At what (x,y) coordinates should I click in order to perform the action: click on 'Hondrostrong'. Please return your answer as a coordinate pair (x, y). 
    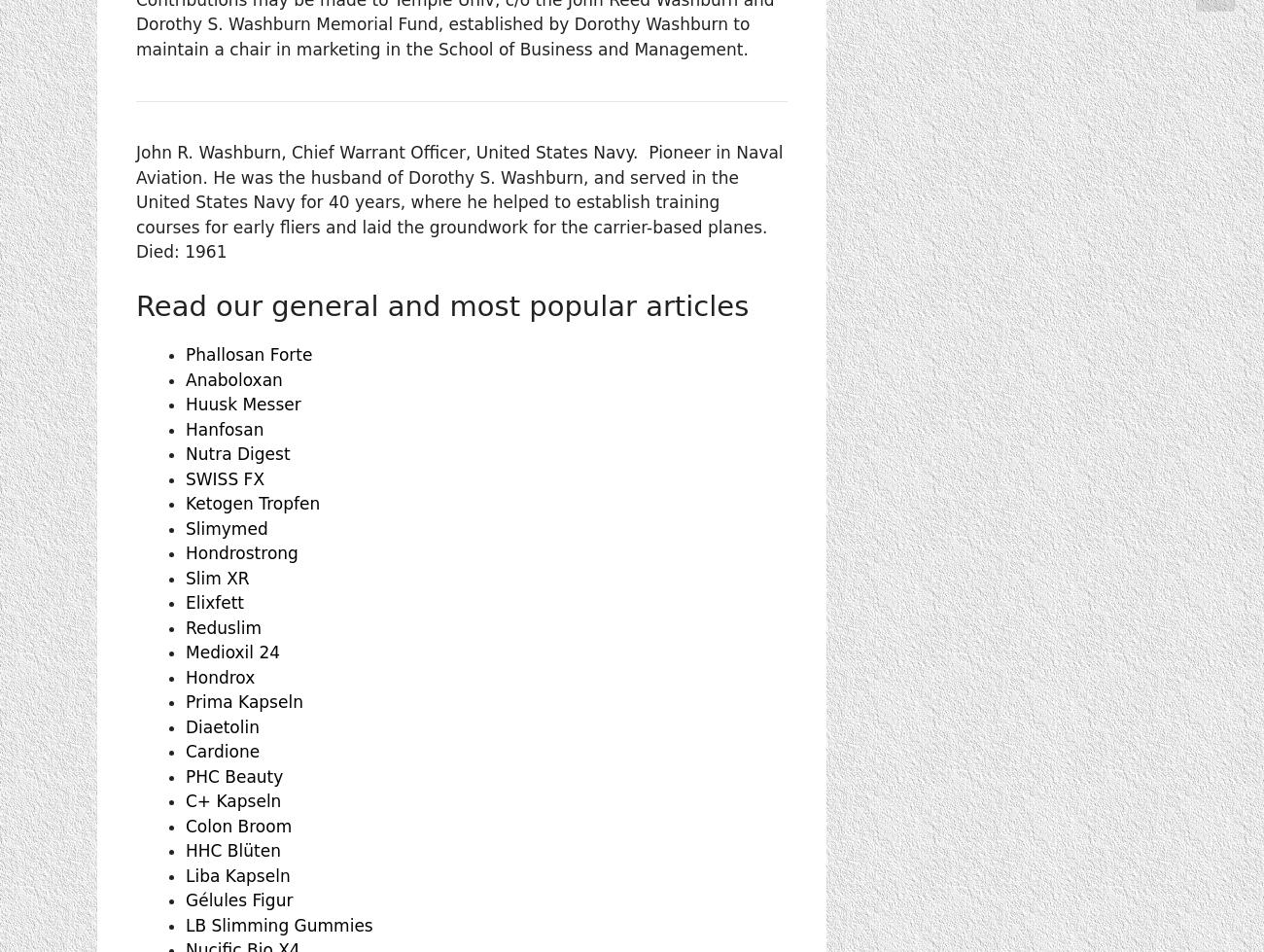
    Looking at the image, I should click on (240, 551).